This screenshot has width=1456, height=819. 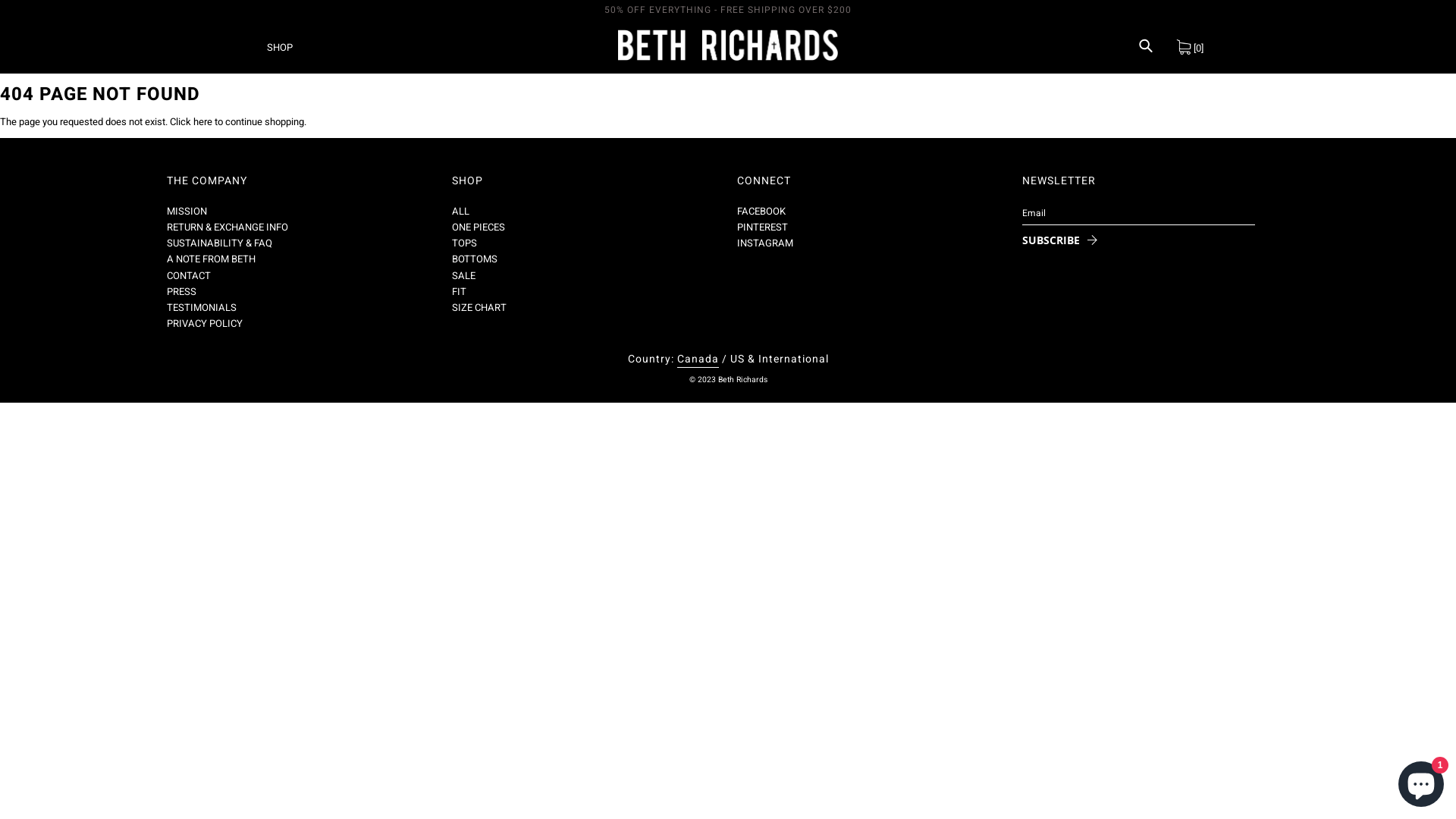 I want to click on 'RETURN & EXCHANGE INFO', so click(x=167, y=227).